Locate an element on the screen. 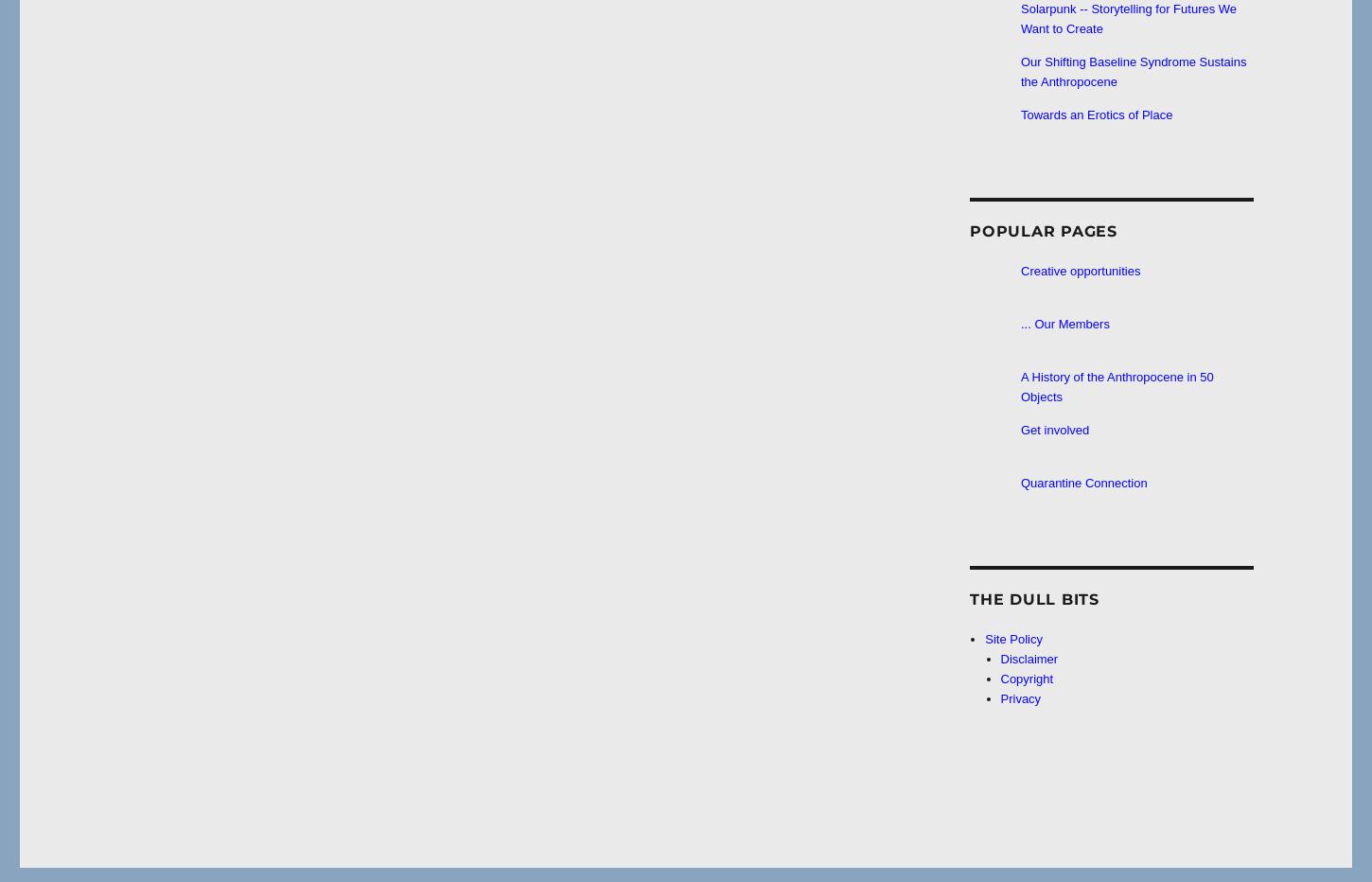  'The dull bits' is located at coordinates (1033, 598).